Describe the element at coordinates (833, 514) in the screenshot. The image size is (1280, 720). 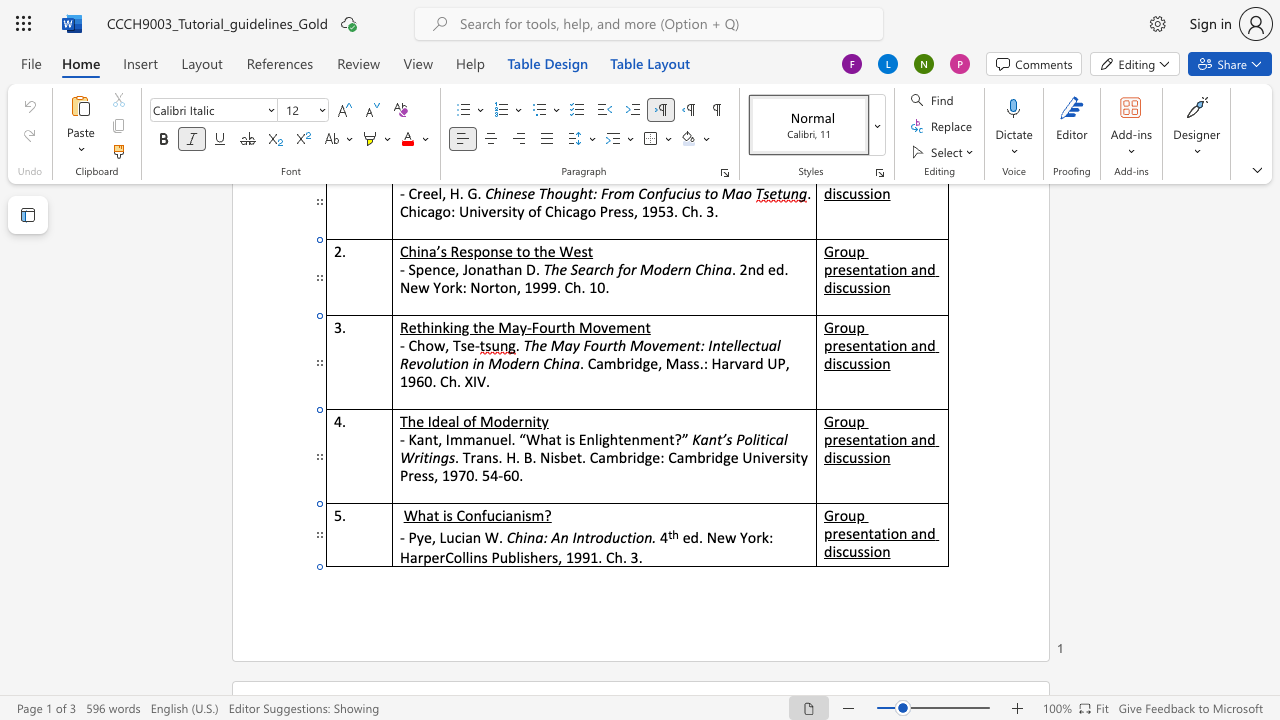
I see `the space between the continuous character "G" and "r" in the text` at that location.